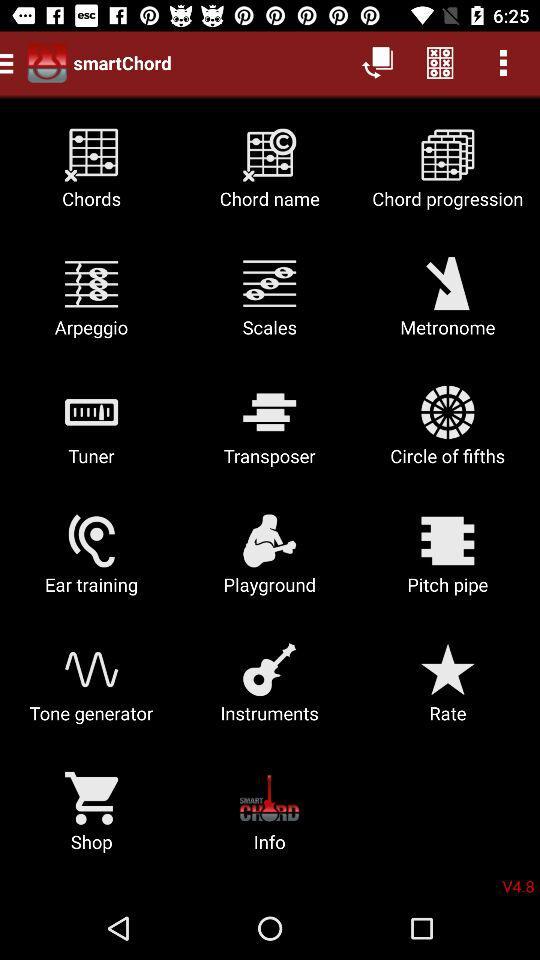 The width and height of the screenshot is (540, 960). What do you see at coordinates (90, 690) in the screenshot?
I see `icon below ear training` at bounding box center [90, 690].